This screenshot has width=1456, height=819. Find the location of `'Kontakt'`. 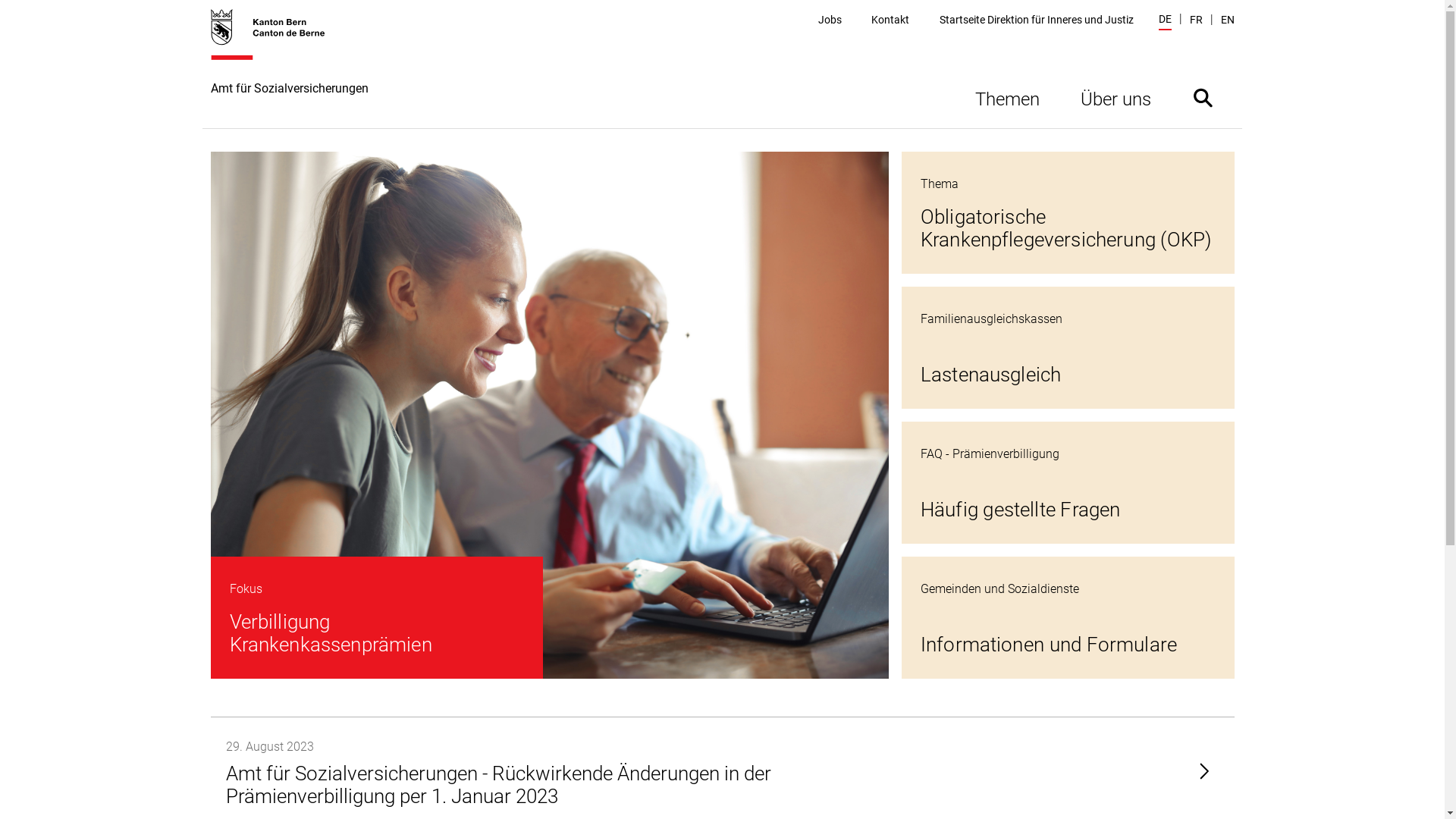

'Kontakt' is located at coordinates (890, 20).